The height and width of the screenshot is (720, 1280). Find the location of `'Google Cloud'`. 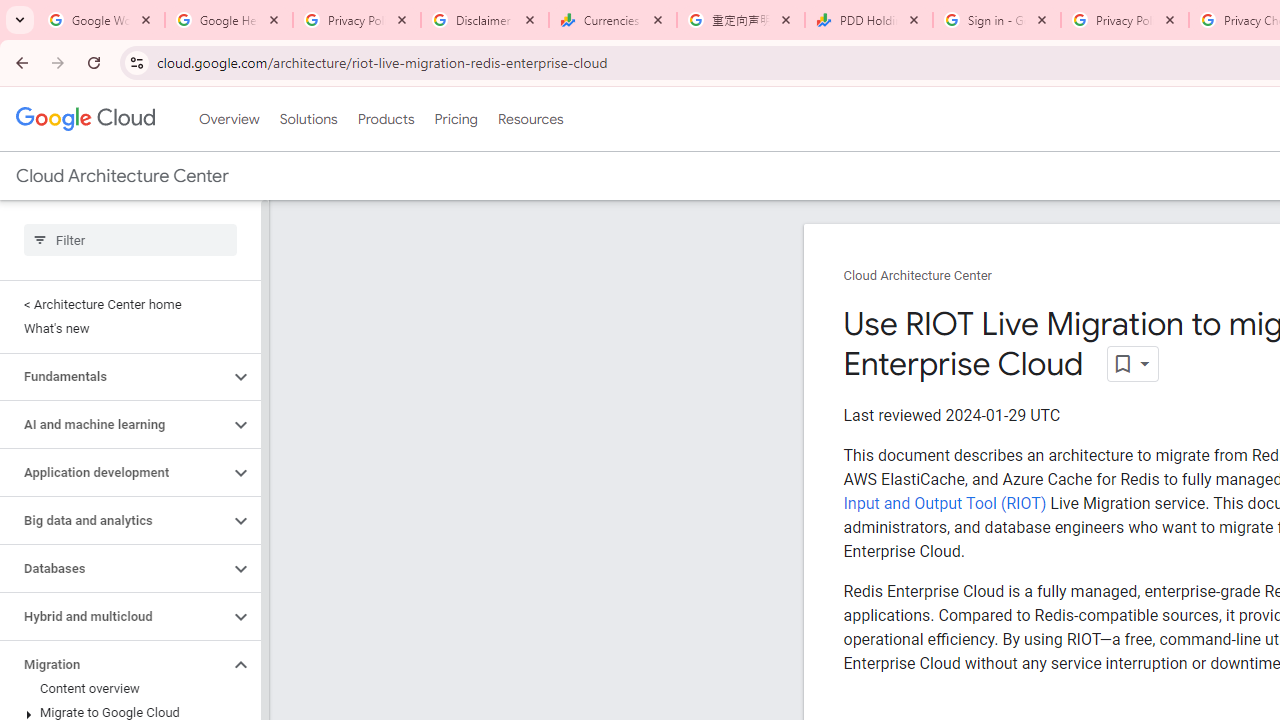

'Google Cloud' is located at coordinates (84, 119).